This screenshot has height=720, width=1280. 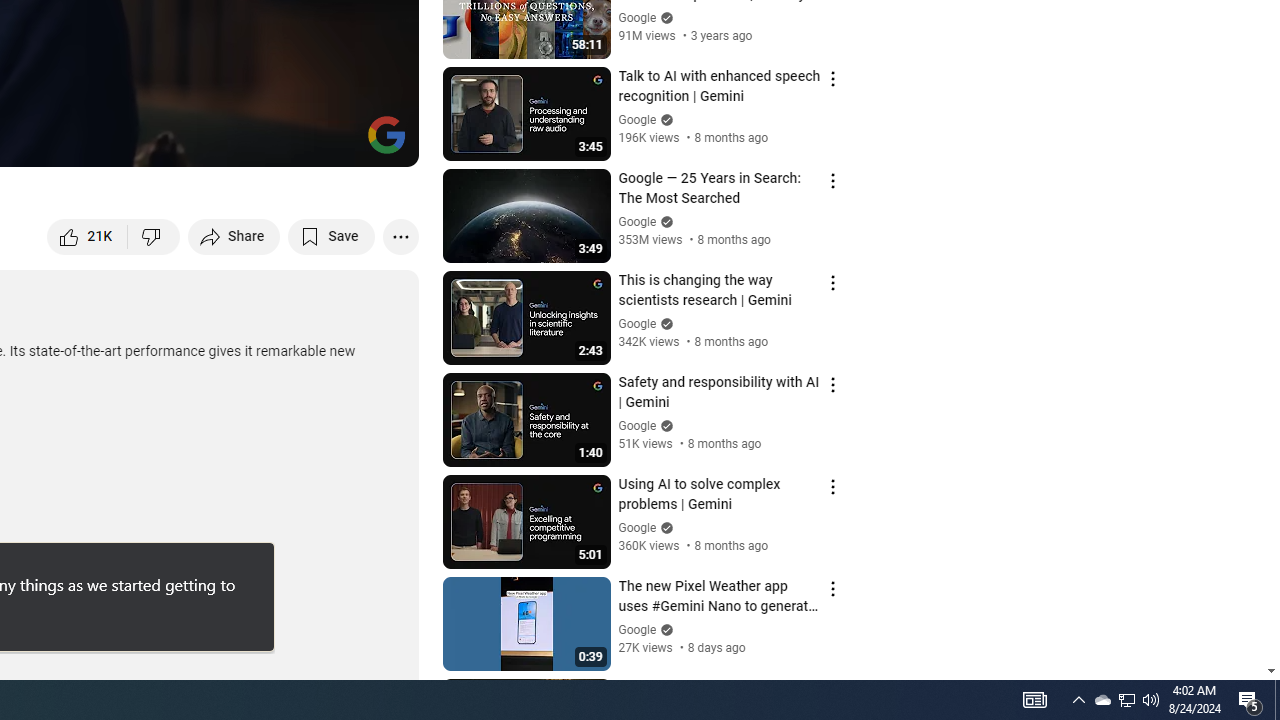 I want to click on 'Save to playlist', so click(x=331, y=235).